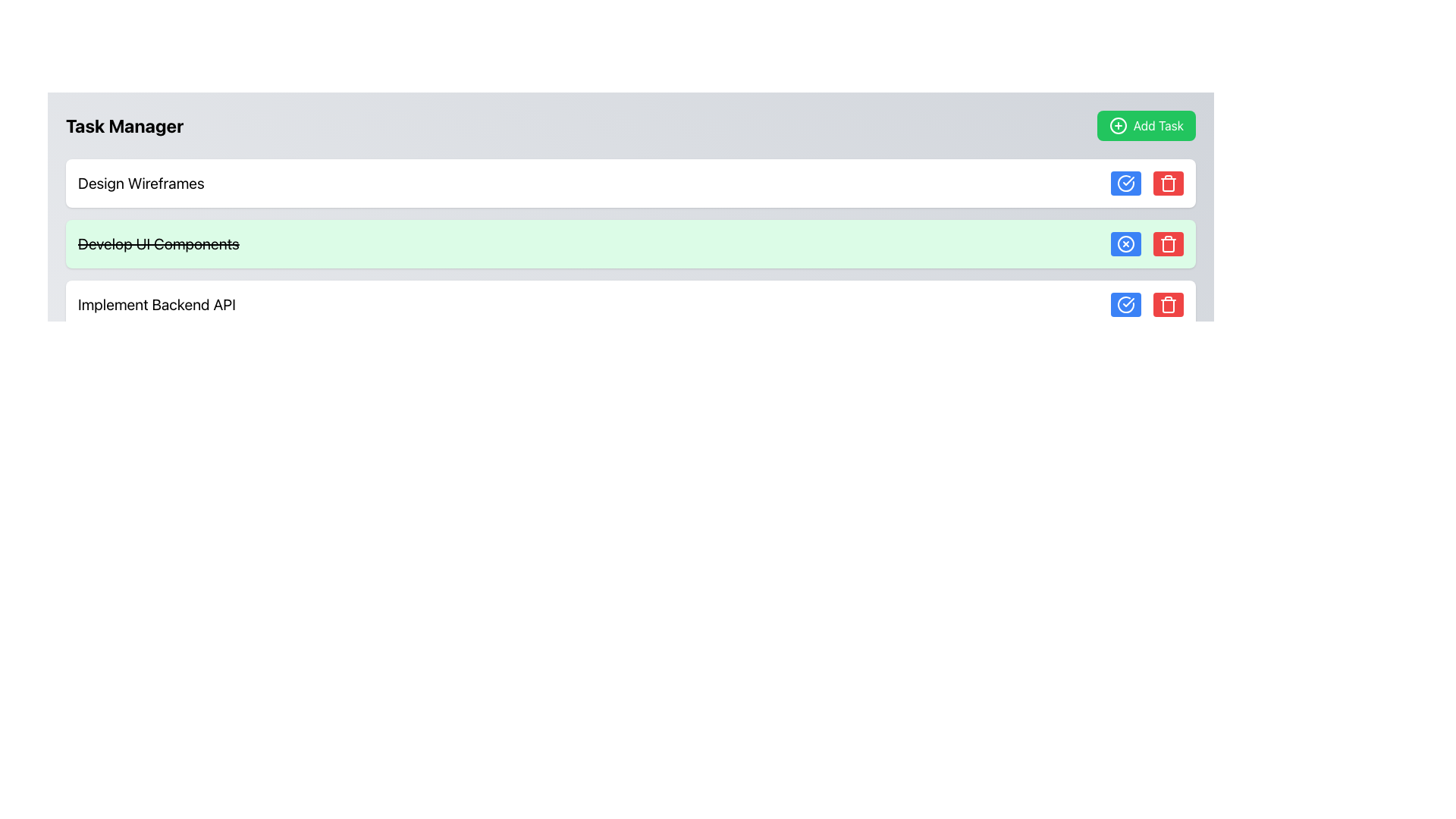  I want to click on text label 'Add Task' styled with white text on a green background in the top-right corner of the layout header, so click(1157, 124).